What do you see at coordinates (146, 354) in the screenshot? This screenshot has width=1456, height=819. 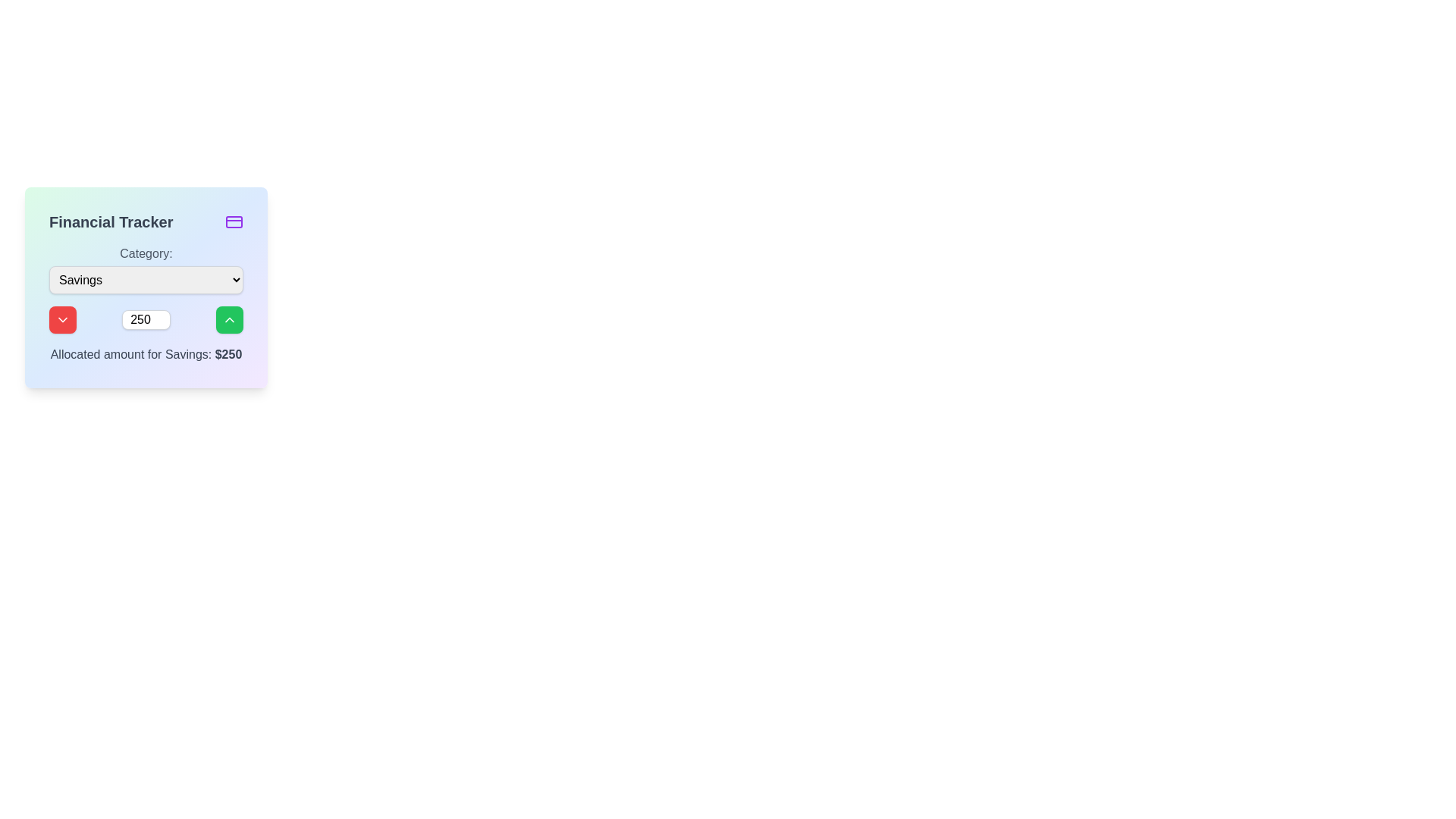 I see `the Text label displaying information about the allocated amount for savings, located at the bottom of the card in the financial tracking app` at bounding box center [146, 354].